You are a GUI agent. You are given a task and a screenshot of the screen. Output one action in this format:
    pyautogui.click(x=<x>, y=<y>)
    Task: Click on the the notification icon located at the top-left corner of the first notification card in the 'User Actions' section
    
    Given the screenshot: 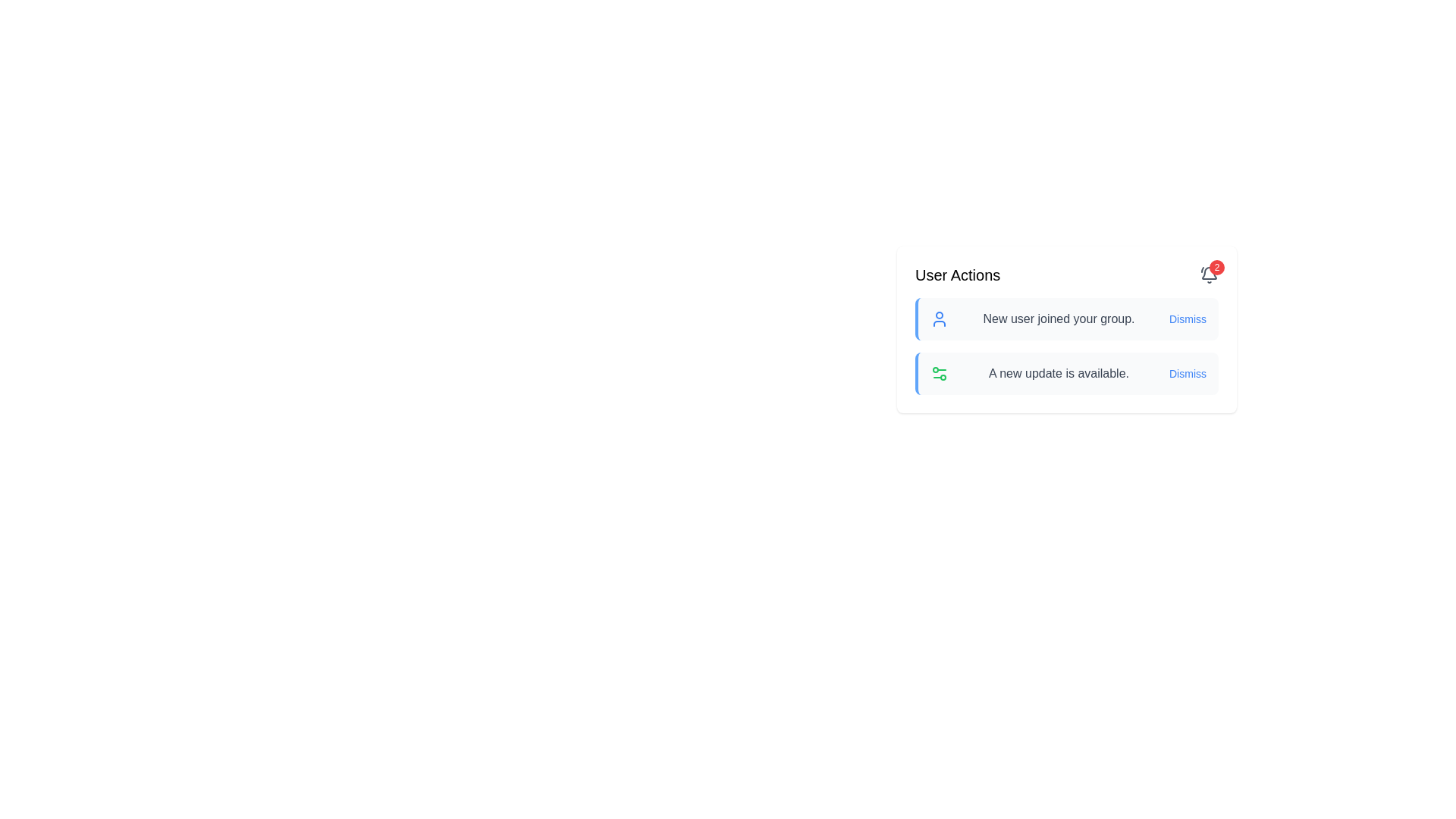 What is the action you would take?
    pyautogui.click(x=938, y=318)
    